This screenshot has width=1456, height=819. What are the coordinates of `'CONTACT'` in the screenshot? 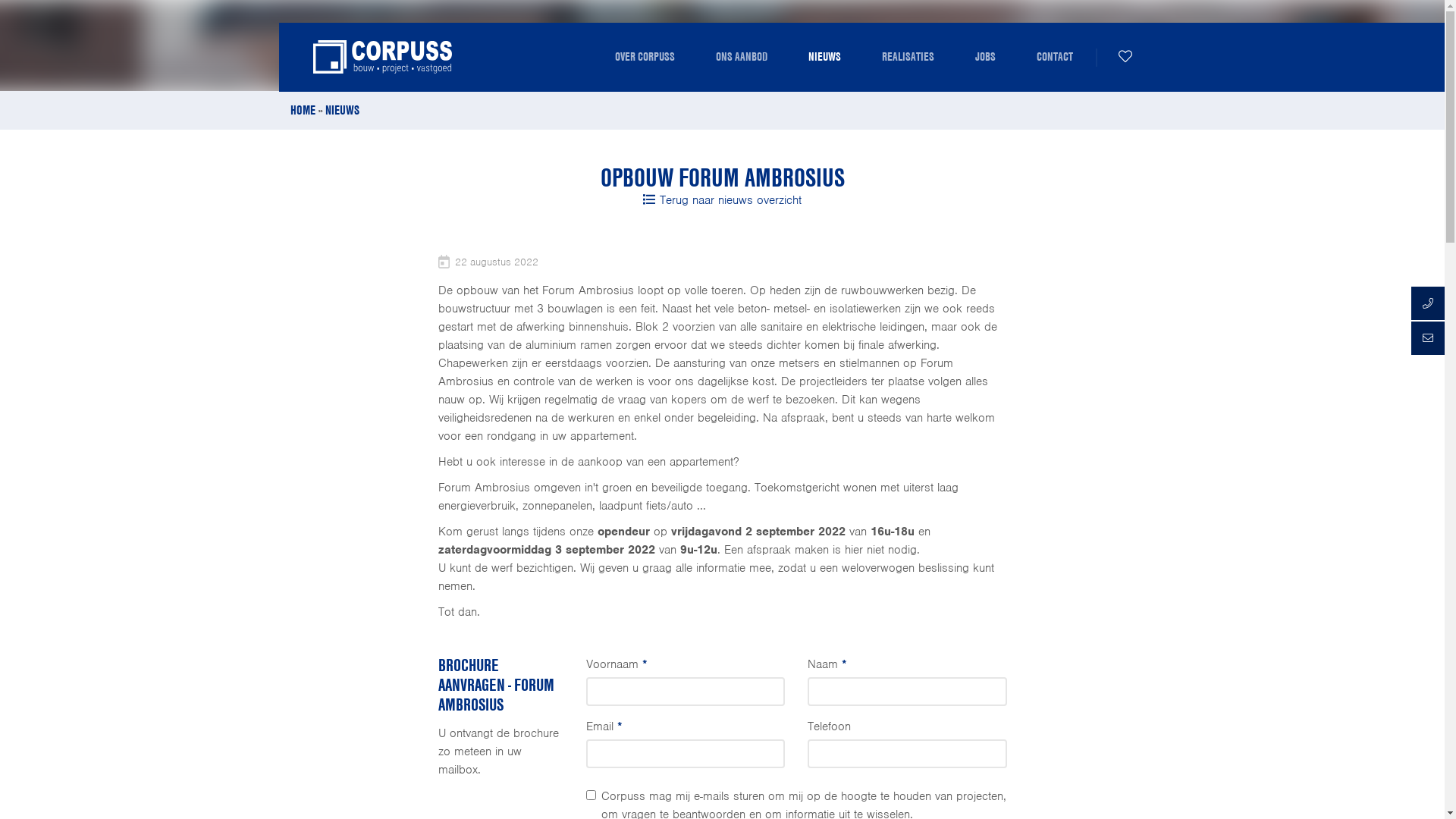 It's located at (1054, 55).